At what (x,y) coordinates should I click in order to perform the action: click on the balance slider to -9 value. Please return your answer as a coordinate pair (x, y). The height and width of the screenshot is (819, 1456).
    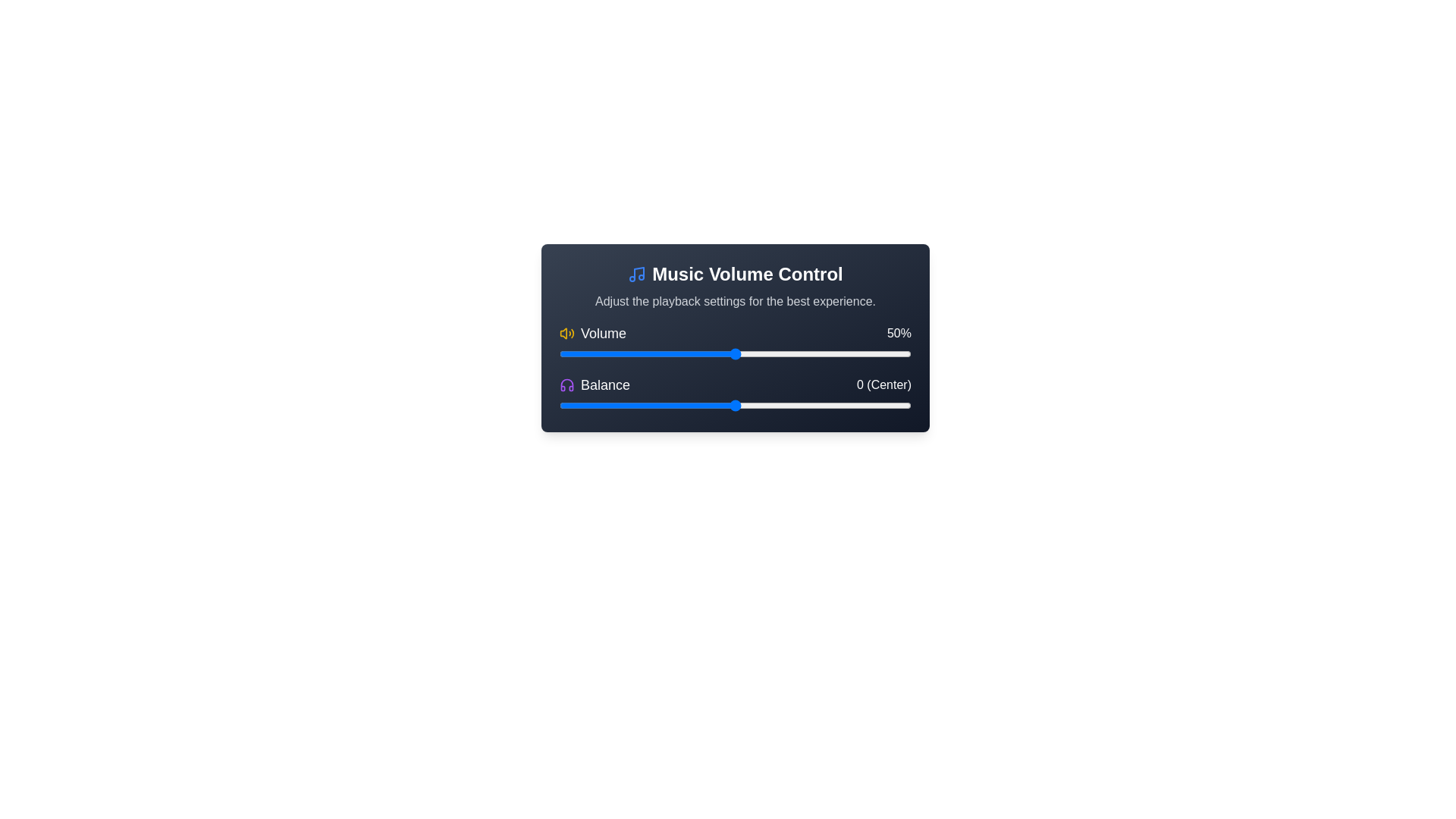
    Looking at the image, I should click on (703, 405).